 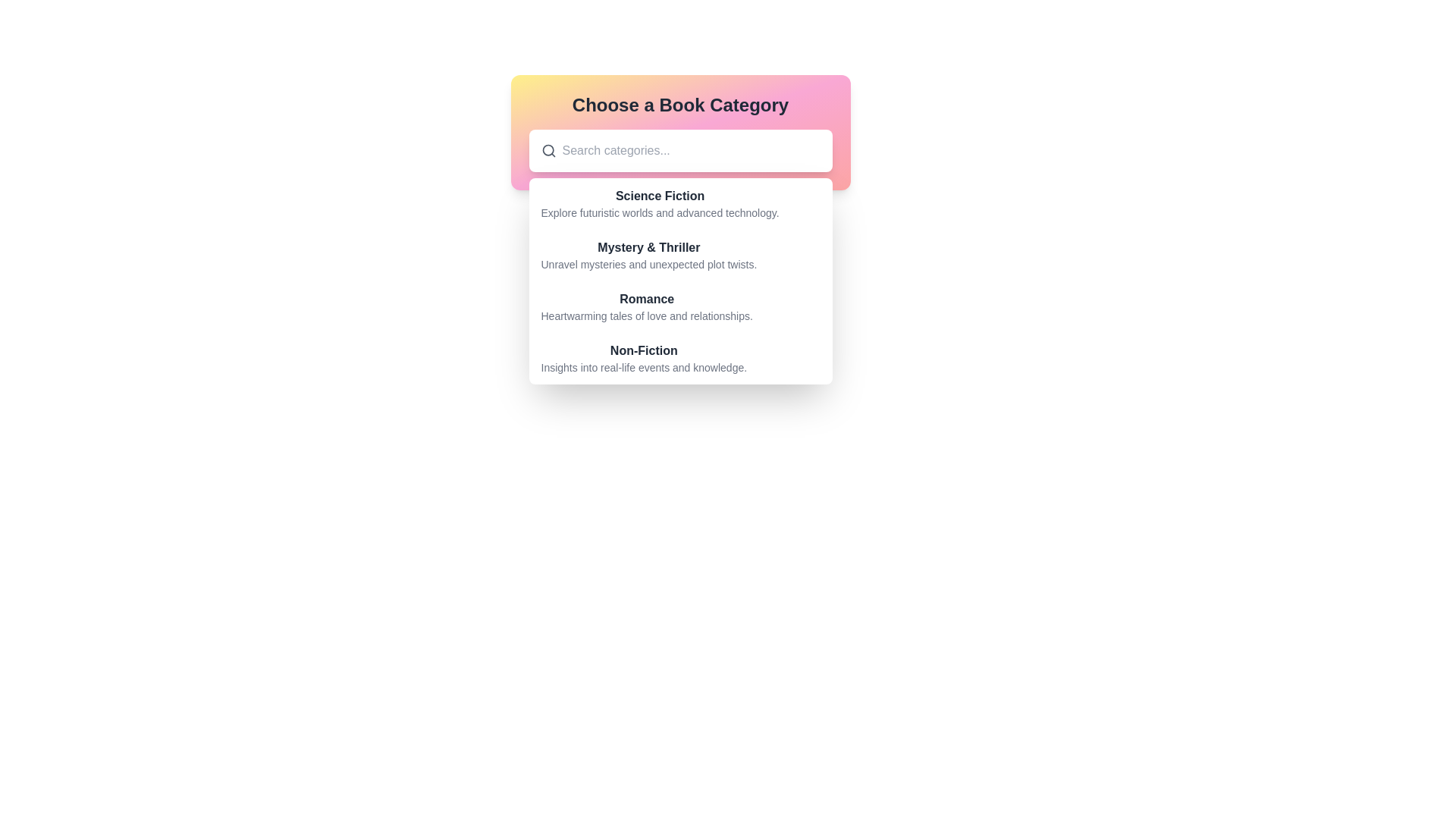 I want to click on the search magnifying glass icon, which represents the lens of a magnifying glass, located inside the search field under the headline 'Choose a Book Category', so click(x=547, y=150).